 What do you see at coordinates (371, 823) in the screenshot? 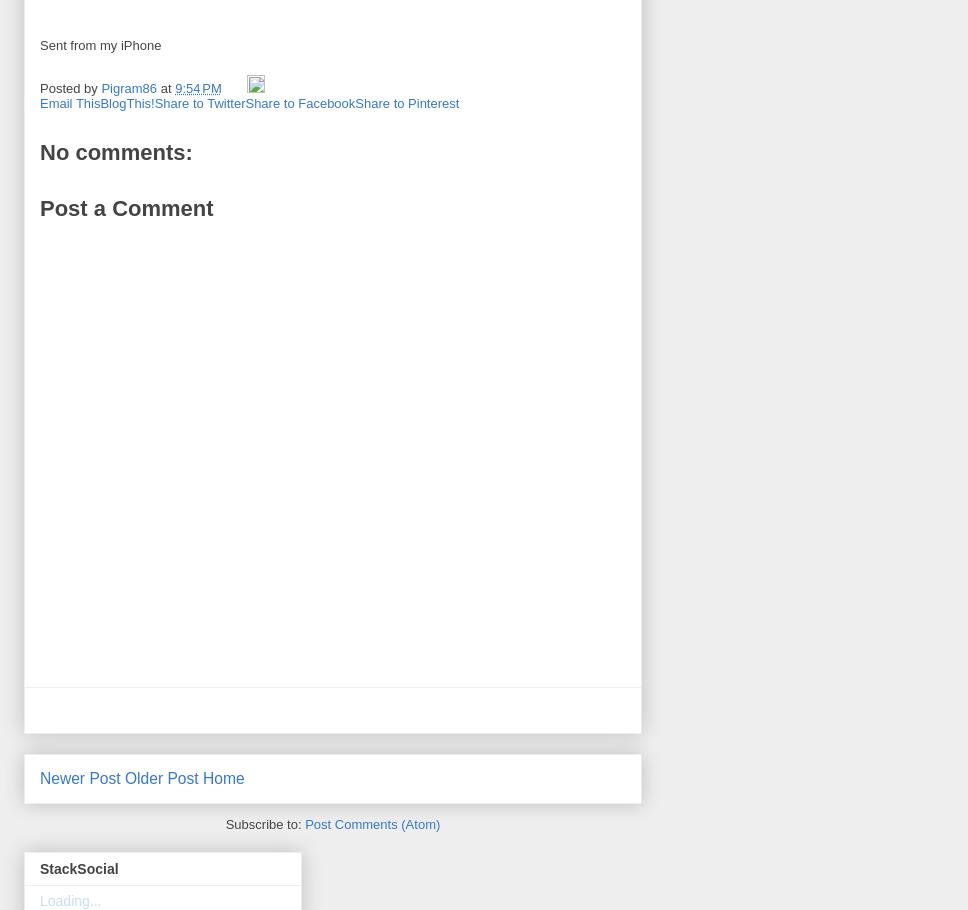
I see `'Post Comments (Atom)'` at bounding box center [371, 823].